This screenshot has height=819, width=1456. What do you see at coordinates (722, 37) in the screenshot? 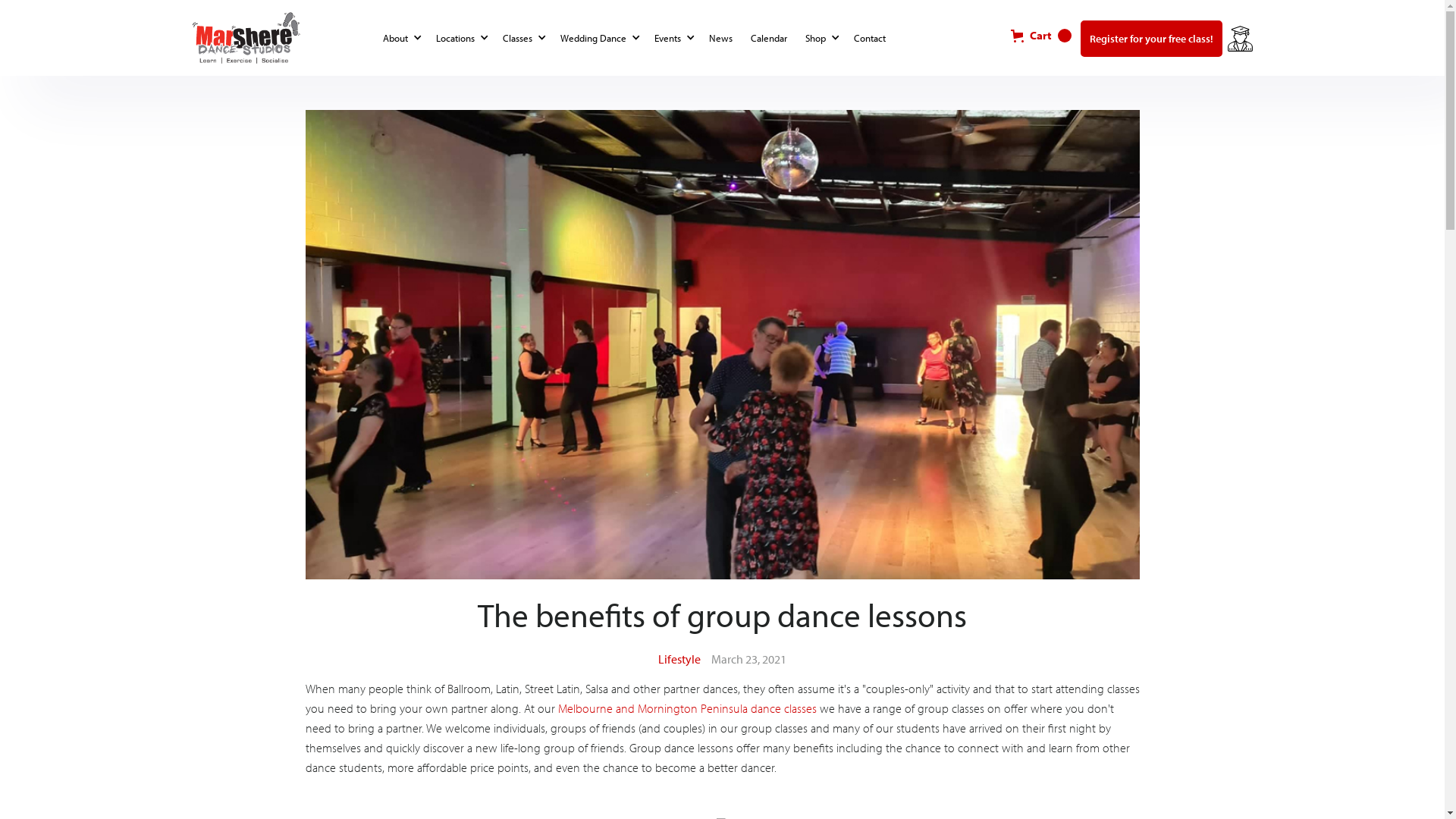
I see `'News'` at bounding box center [722, 37].